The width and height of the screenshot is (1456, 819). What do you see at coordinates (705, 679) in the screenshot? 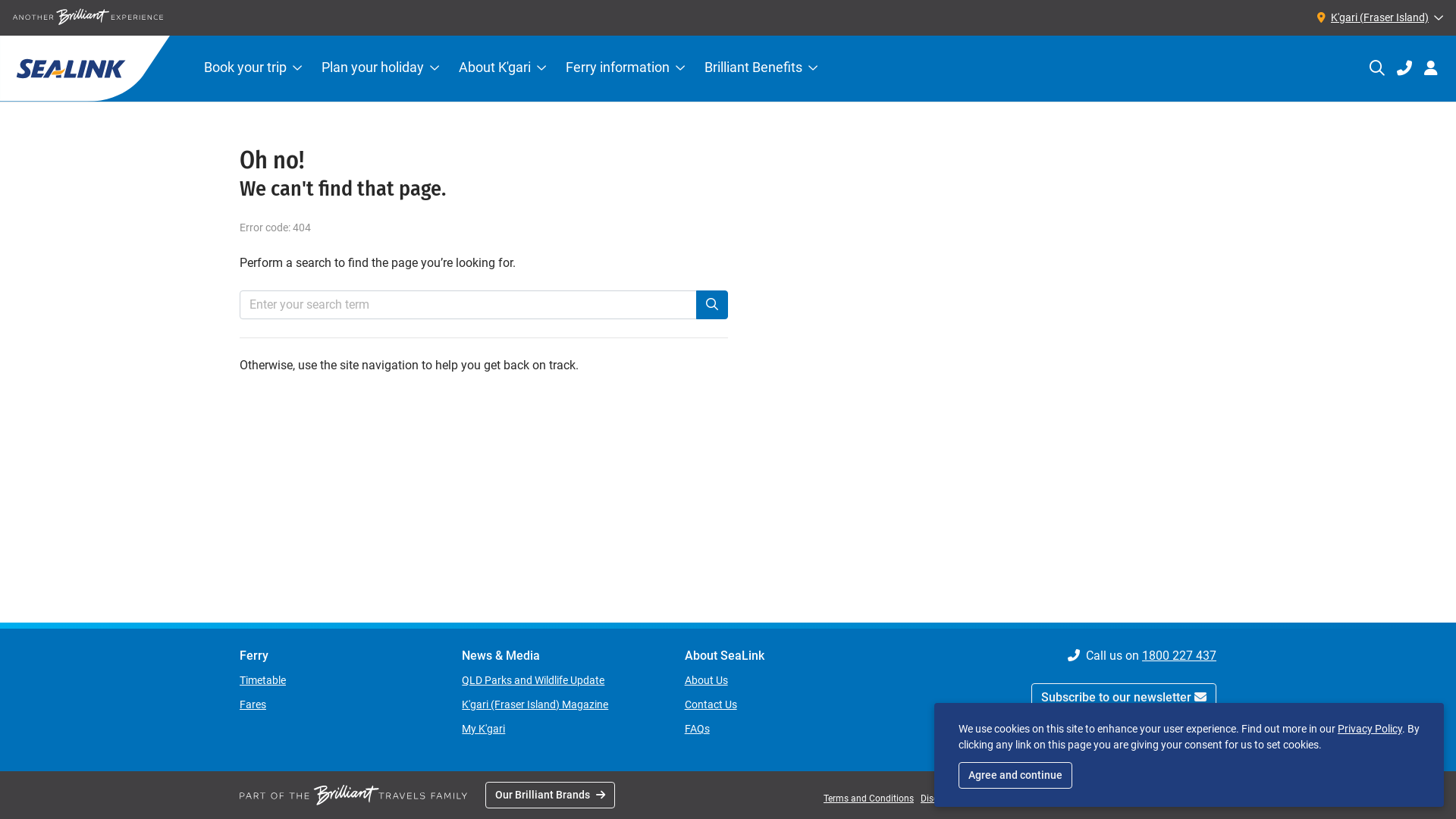
I see `'About Us'` at bounding box center [705, 679].